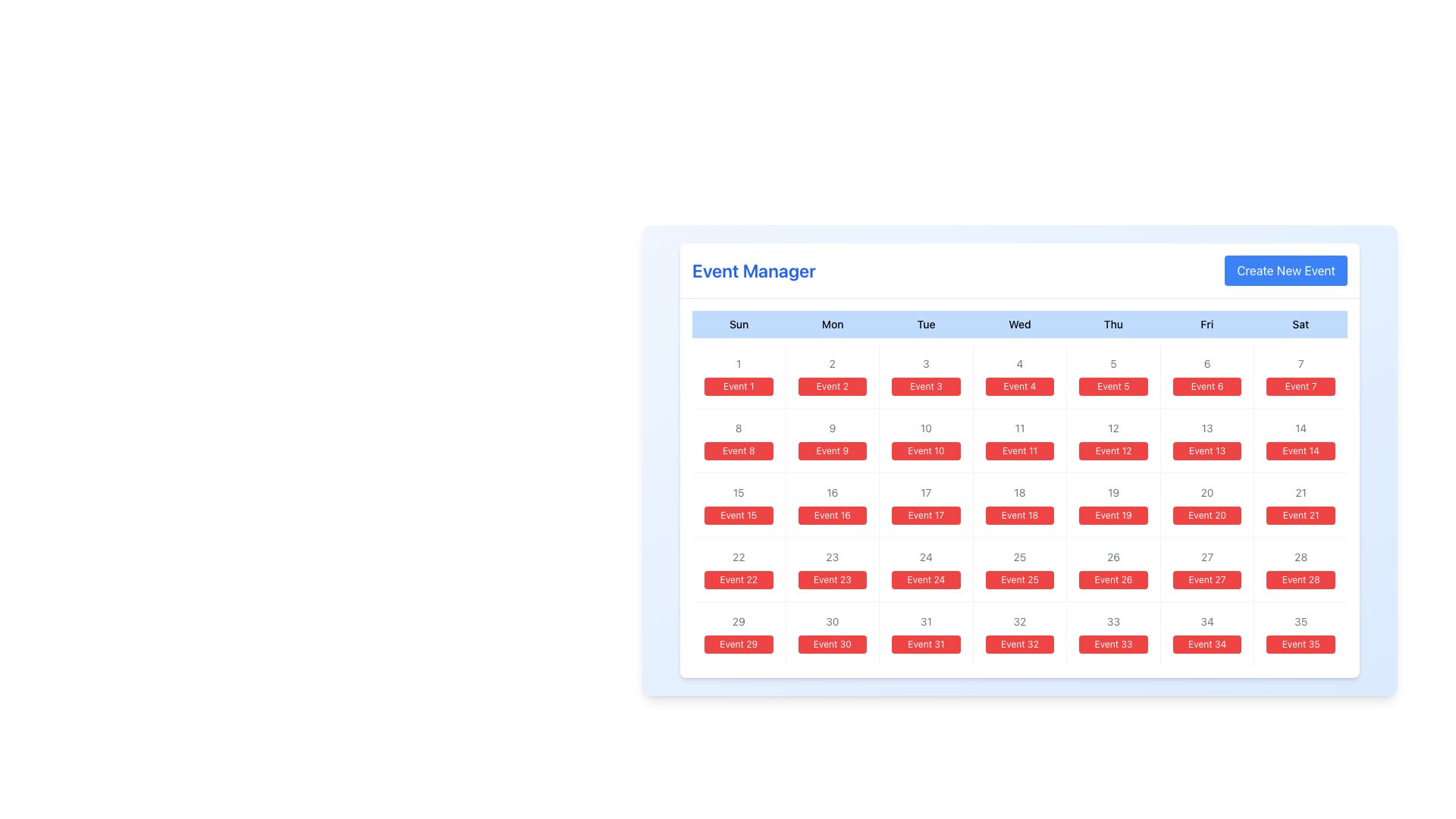 Image resolution: width=1456 pixels, height=819 pixels. What do you see at coordinates (1207, 385) in the screenshot?
I see `the rectangular button with a red background and white text labeled 'Event 6', located in the Friday column of the calendar grid interface` at bounding box center [1207, 385].